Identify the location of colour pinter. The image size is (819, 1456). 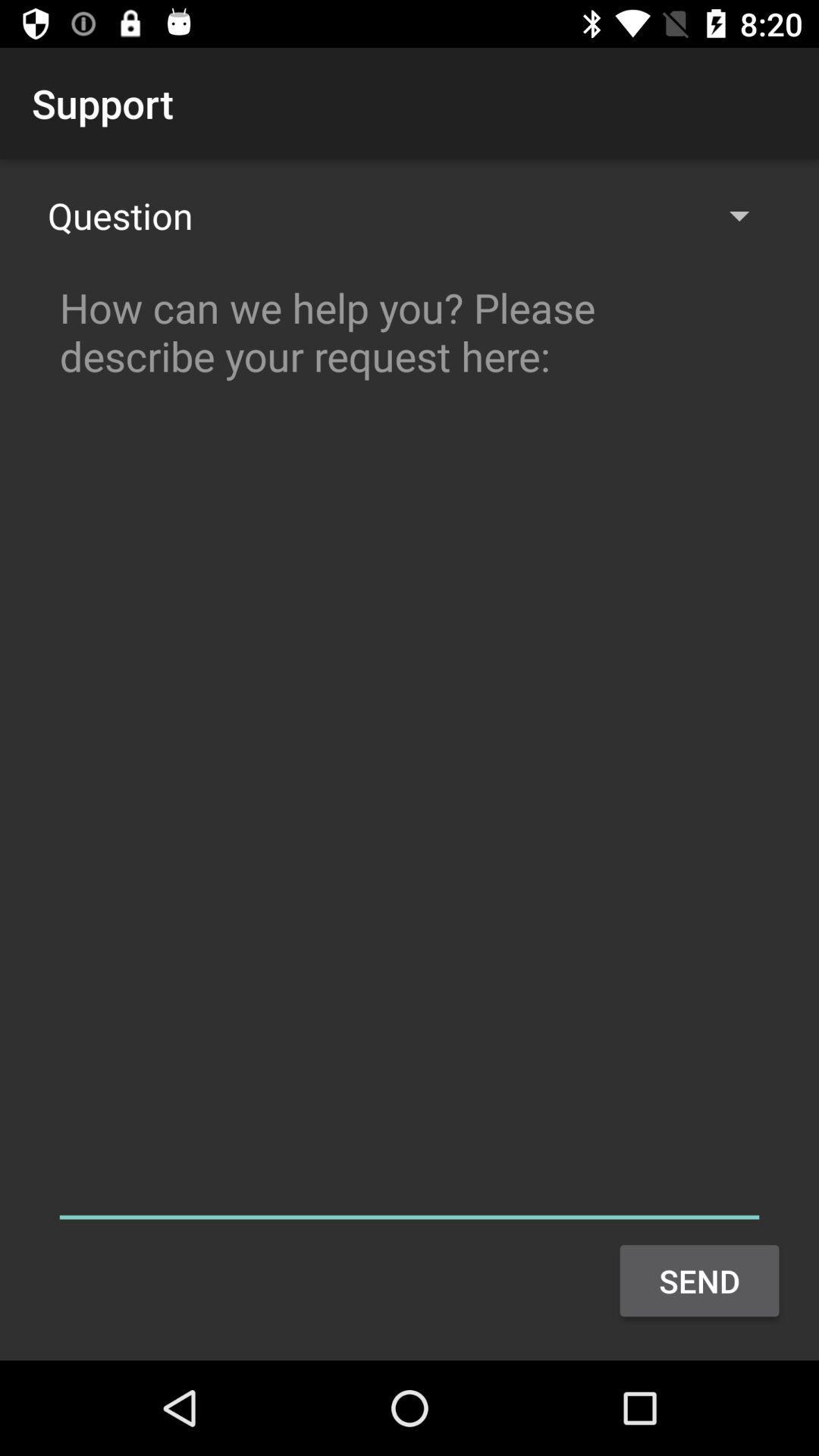
(409, 746).